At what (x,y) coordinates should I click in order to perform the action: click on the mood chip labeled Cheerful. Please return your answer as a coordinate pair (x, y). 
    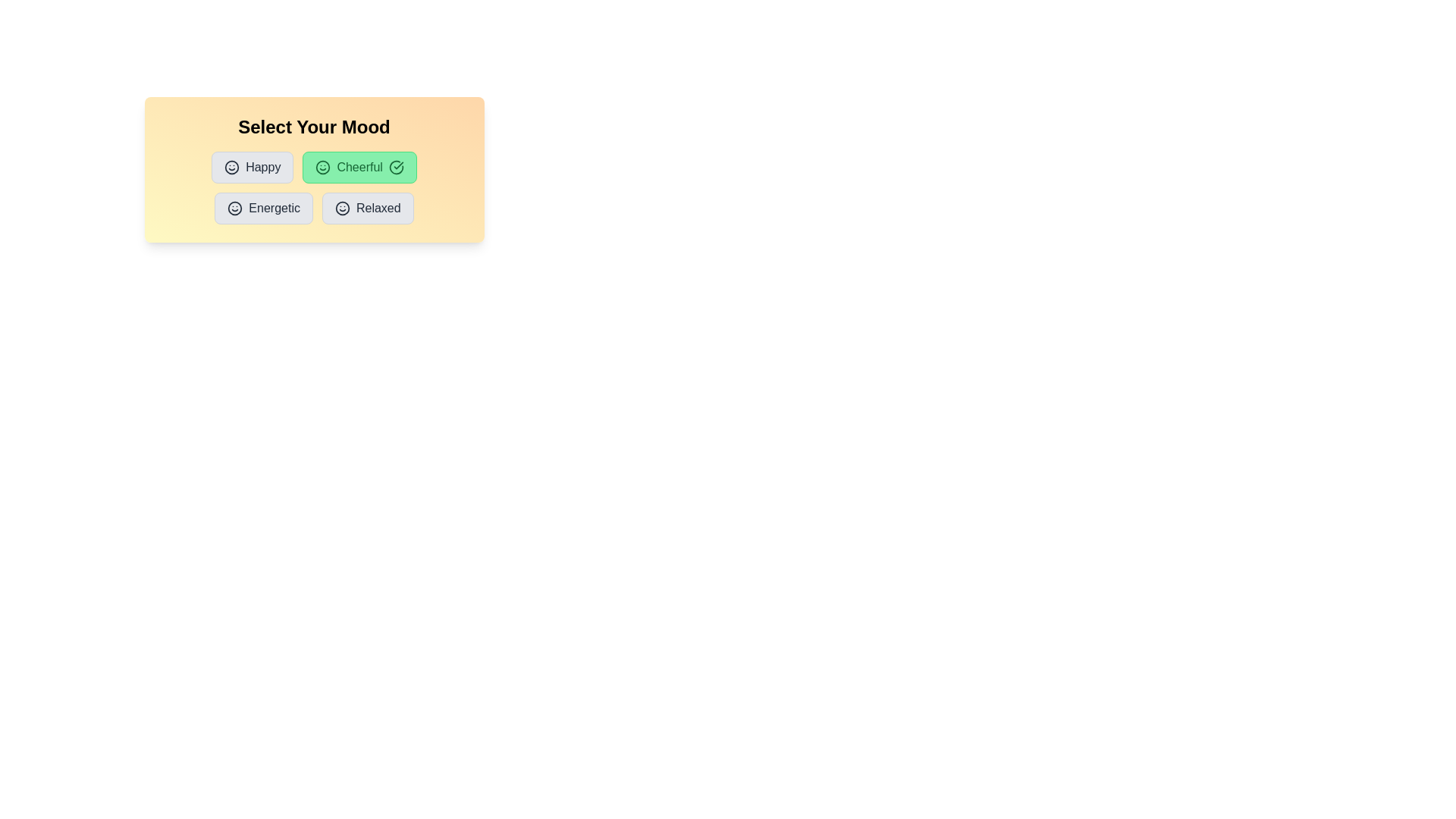
    Looking at the image, I should click on (359, 167).